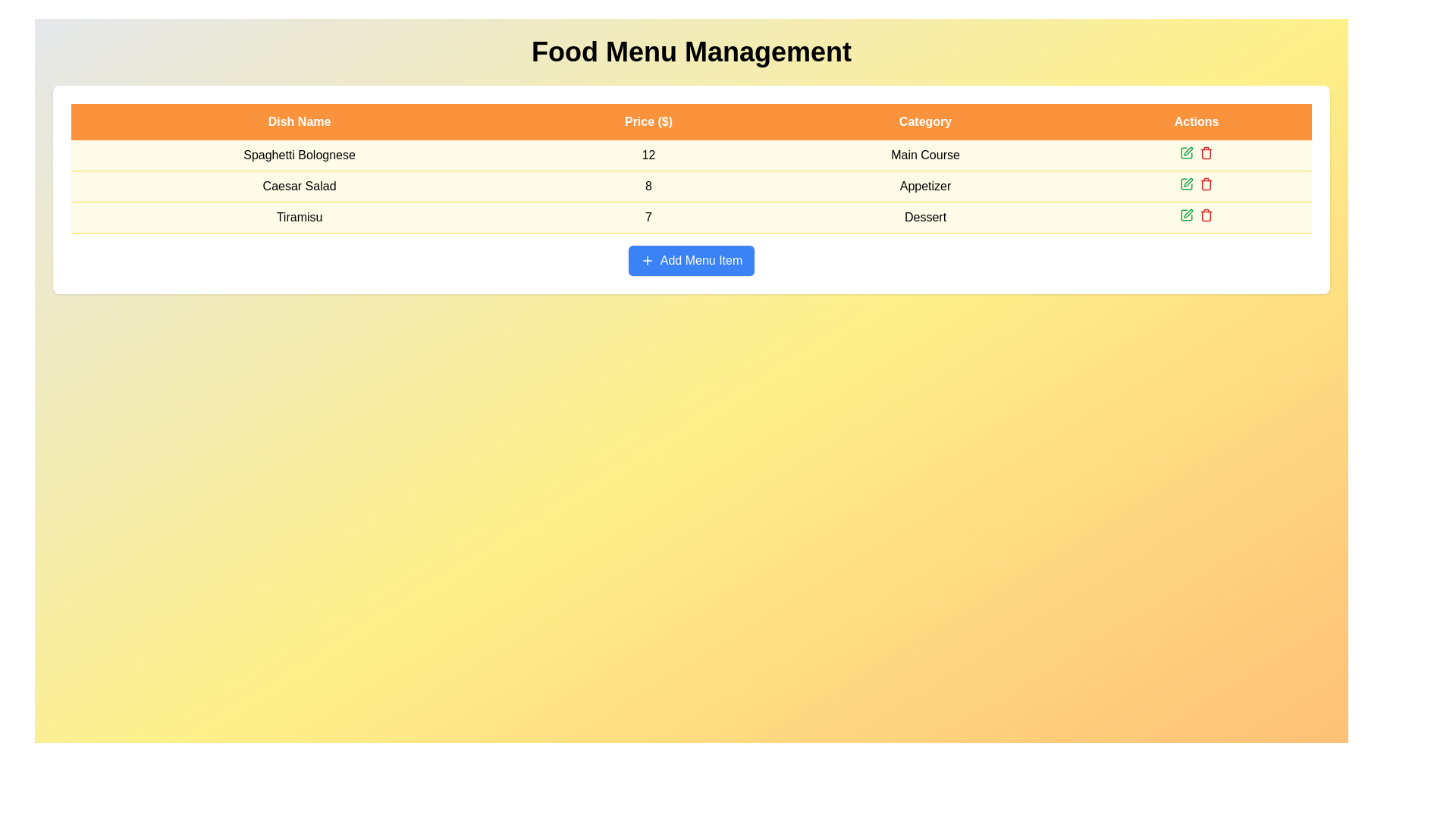  I want to click on the non-interactive text label 'Category' in the table header, which has an orange background and is located between 'Price ($)' and 'Actions', so click(924, 121).